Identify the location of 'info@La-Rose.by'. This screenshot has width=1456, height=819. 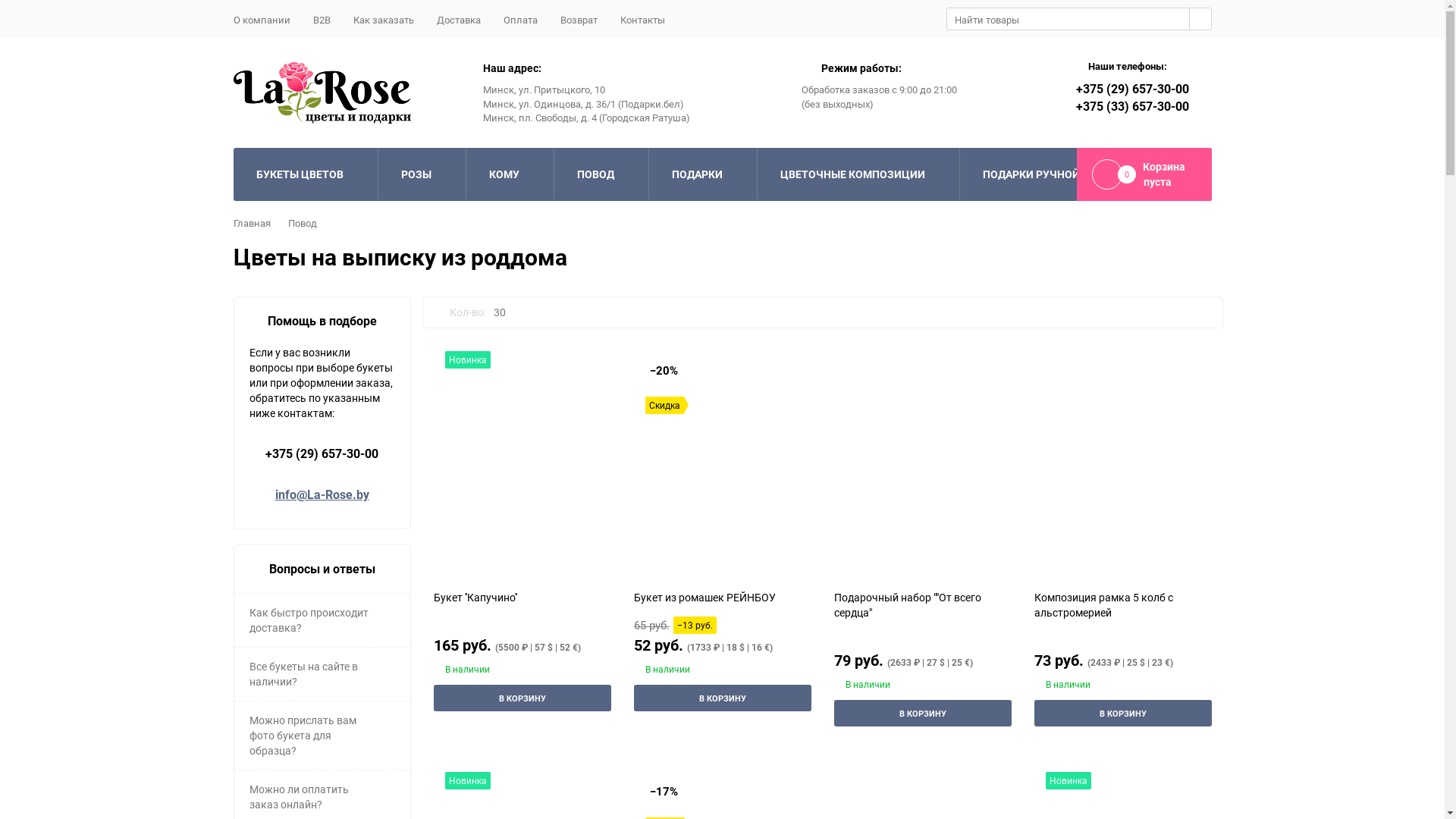
(320, 494).